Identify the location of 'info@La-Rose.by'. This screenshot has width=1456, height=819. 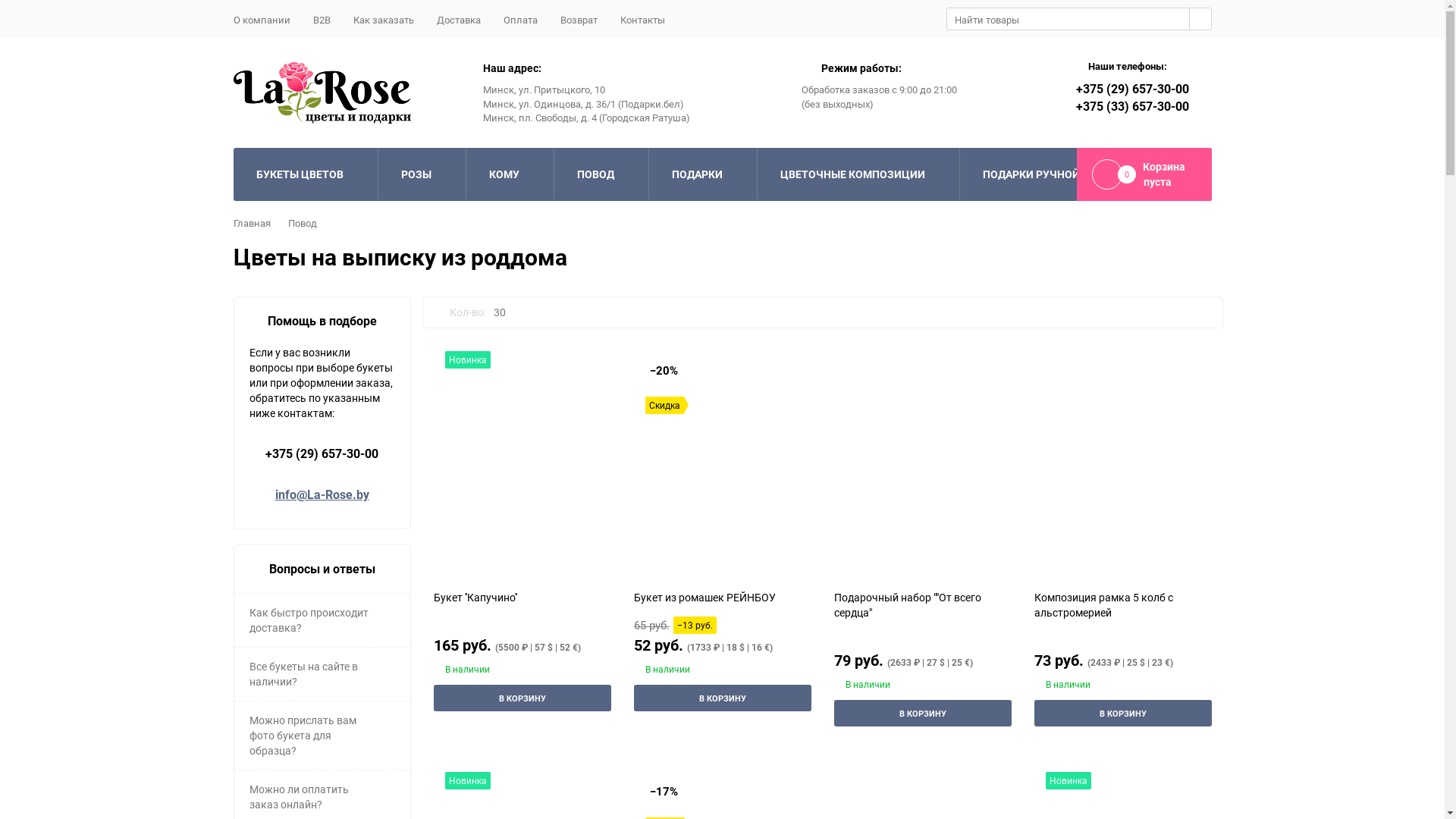
(320, 494).